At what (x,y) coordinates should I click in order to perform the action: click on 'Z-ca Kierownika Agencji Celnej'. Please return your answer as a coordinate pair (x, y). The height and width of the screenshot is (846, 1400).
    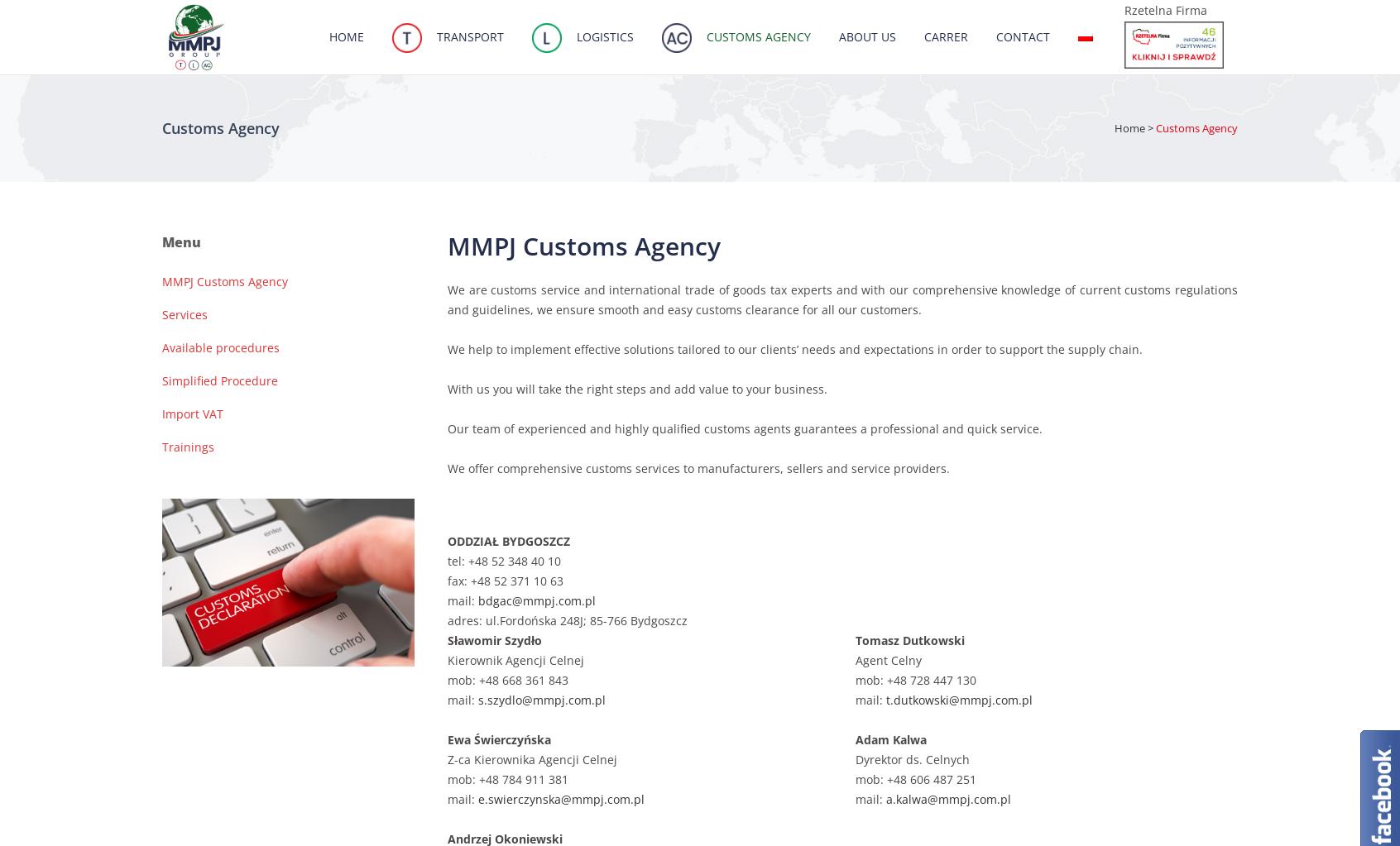
    Looking at the image, I should click on (532, 758).